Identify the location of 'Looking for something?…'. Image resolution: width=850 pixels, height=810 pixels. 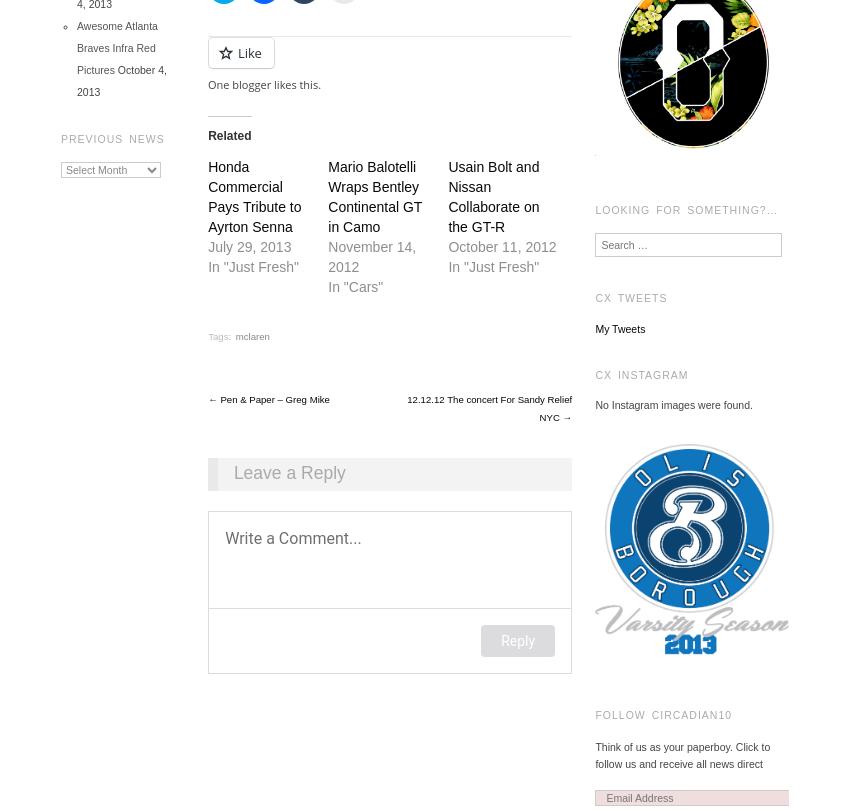
(685, 209).